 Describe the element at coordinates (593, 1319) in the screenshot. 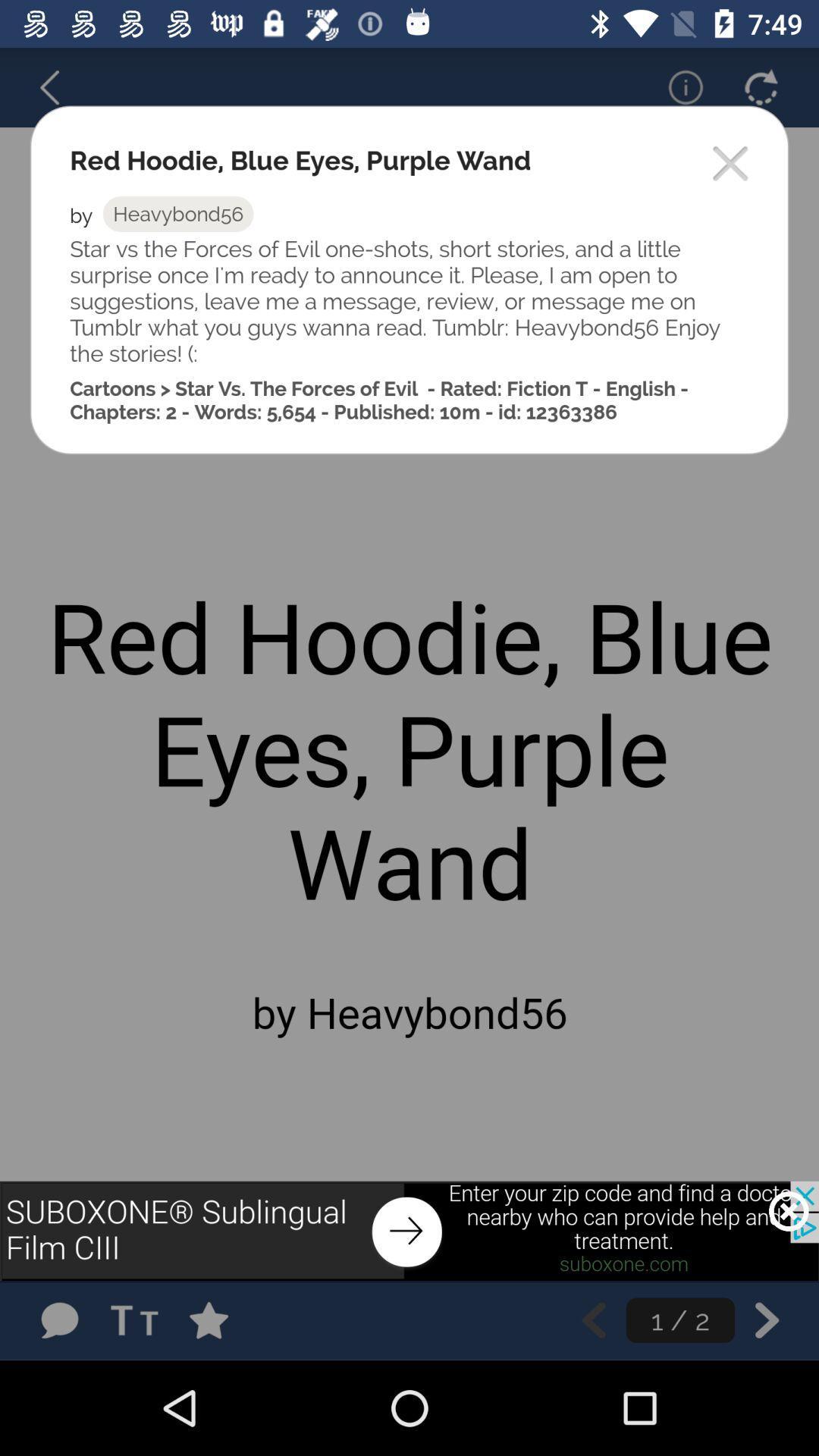

I see `previous` at that location.